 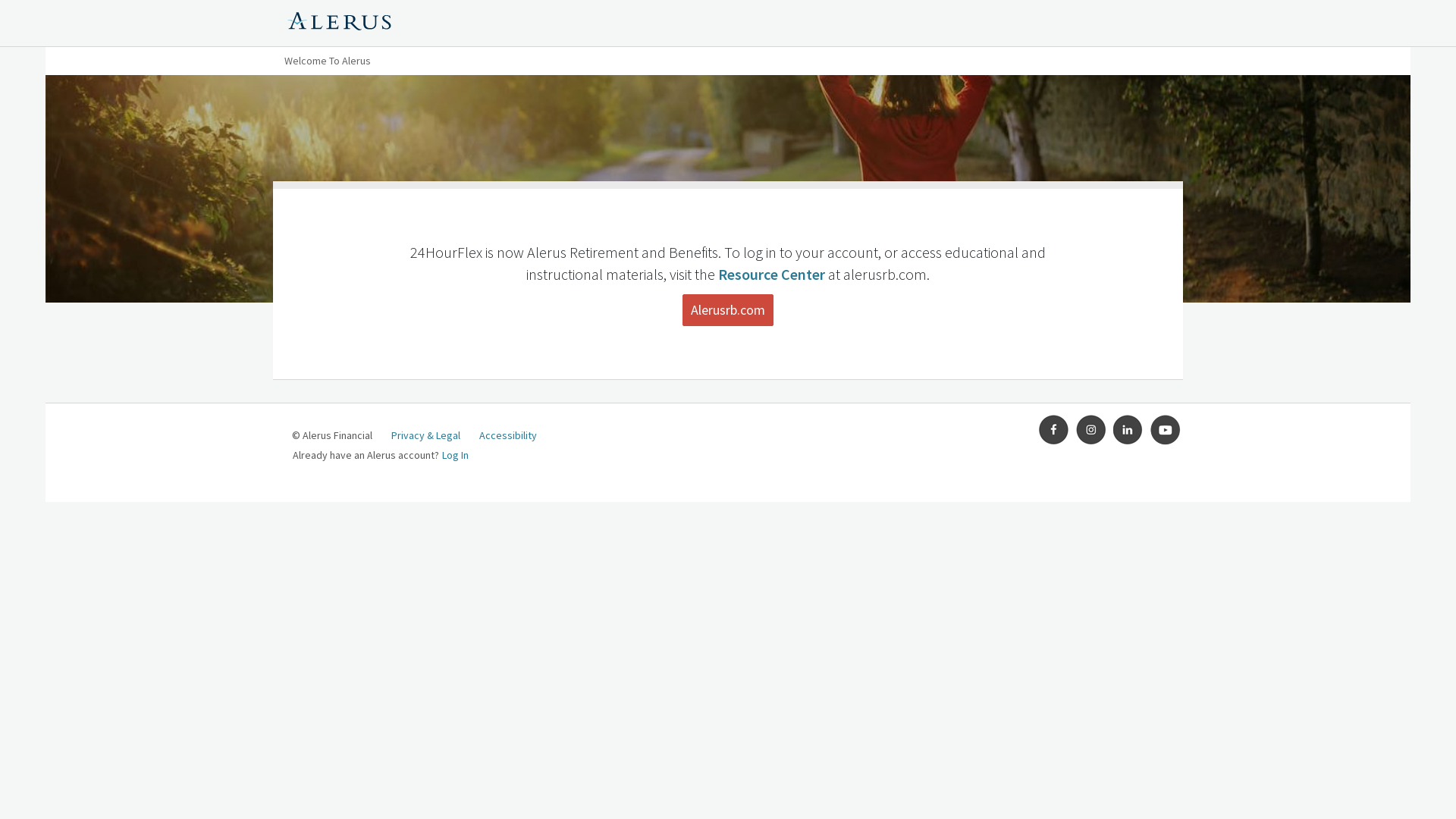 I want to click on 'Accessibility', so click(x=508, y=435).